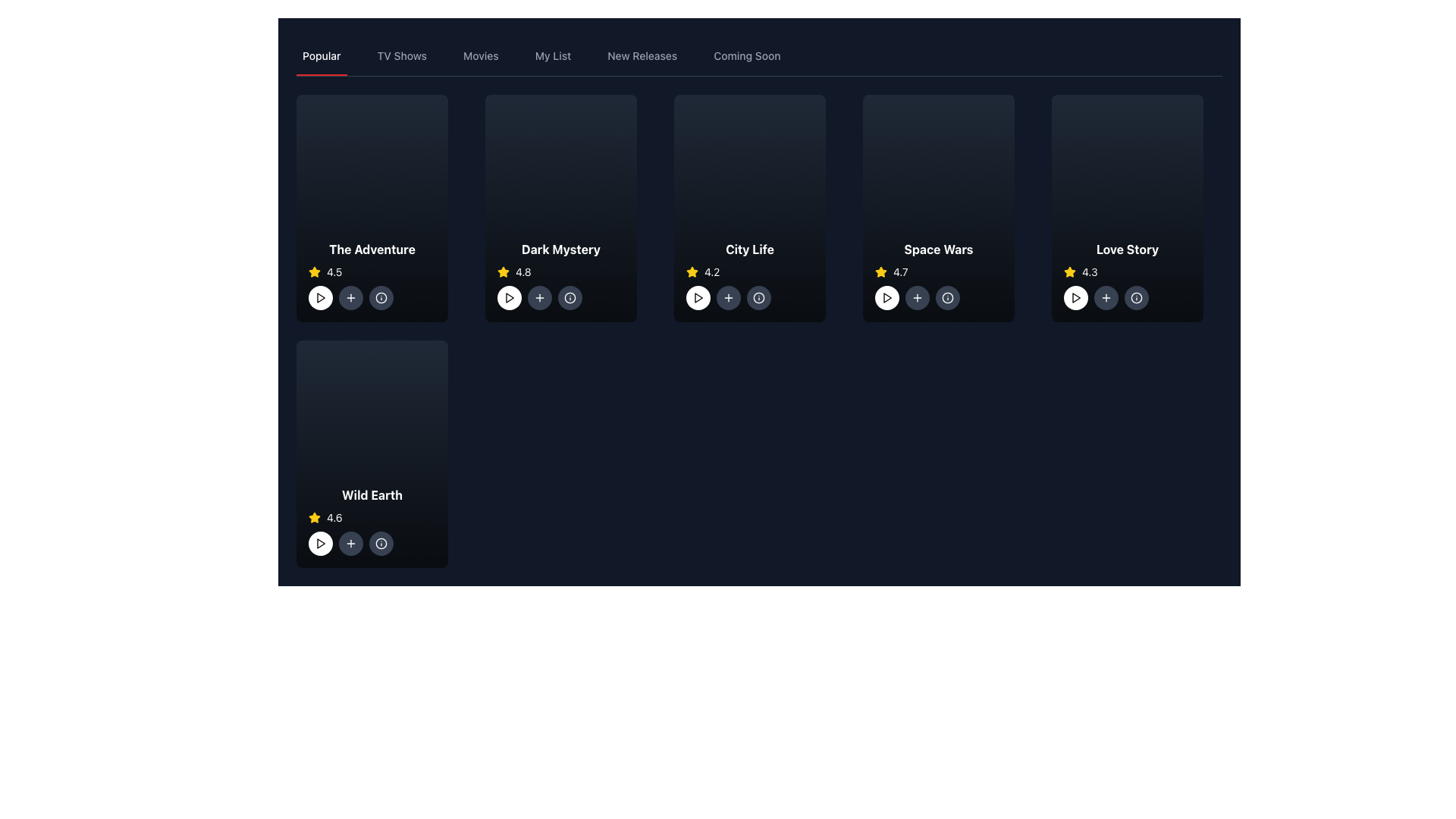 The width and height of the screenshot is (1456, 819). I want to click on the third circular button in the horizontal group located below the 'Space Wars' card, so click(946, 298).